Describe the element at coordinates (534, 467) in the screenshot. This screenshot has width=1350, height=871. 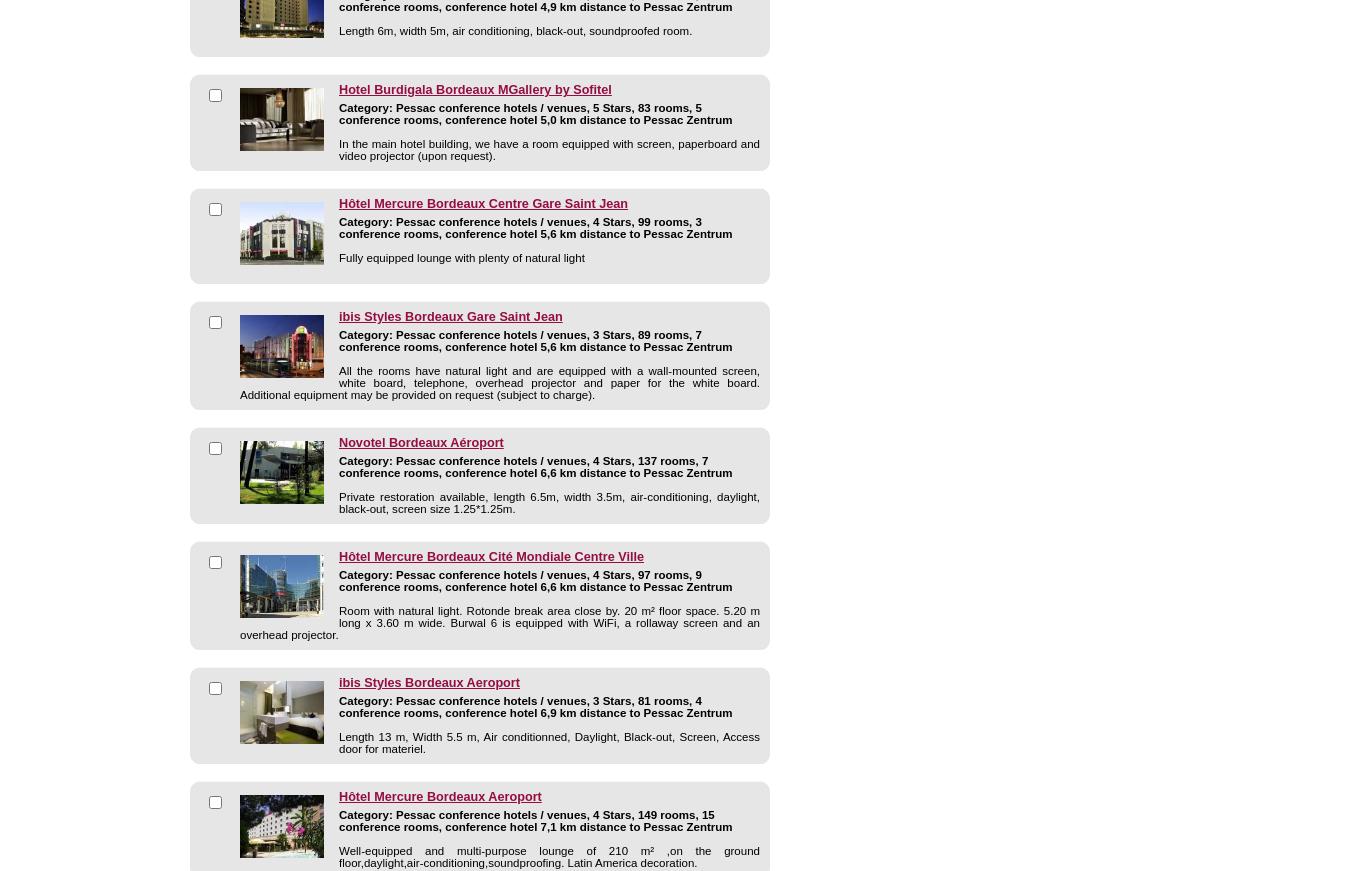
I see `'Category: Pessac conference hotels / venues, 4 Stars, 137 rooms, 7 conference rooms, conference hotel  6,6 km distance to Pessac Zentrum'` at that location.